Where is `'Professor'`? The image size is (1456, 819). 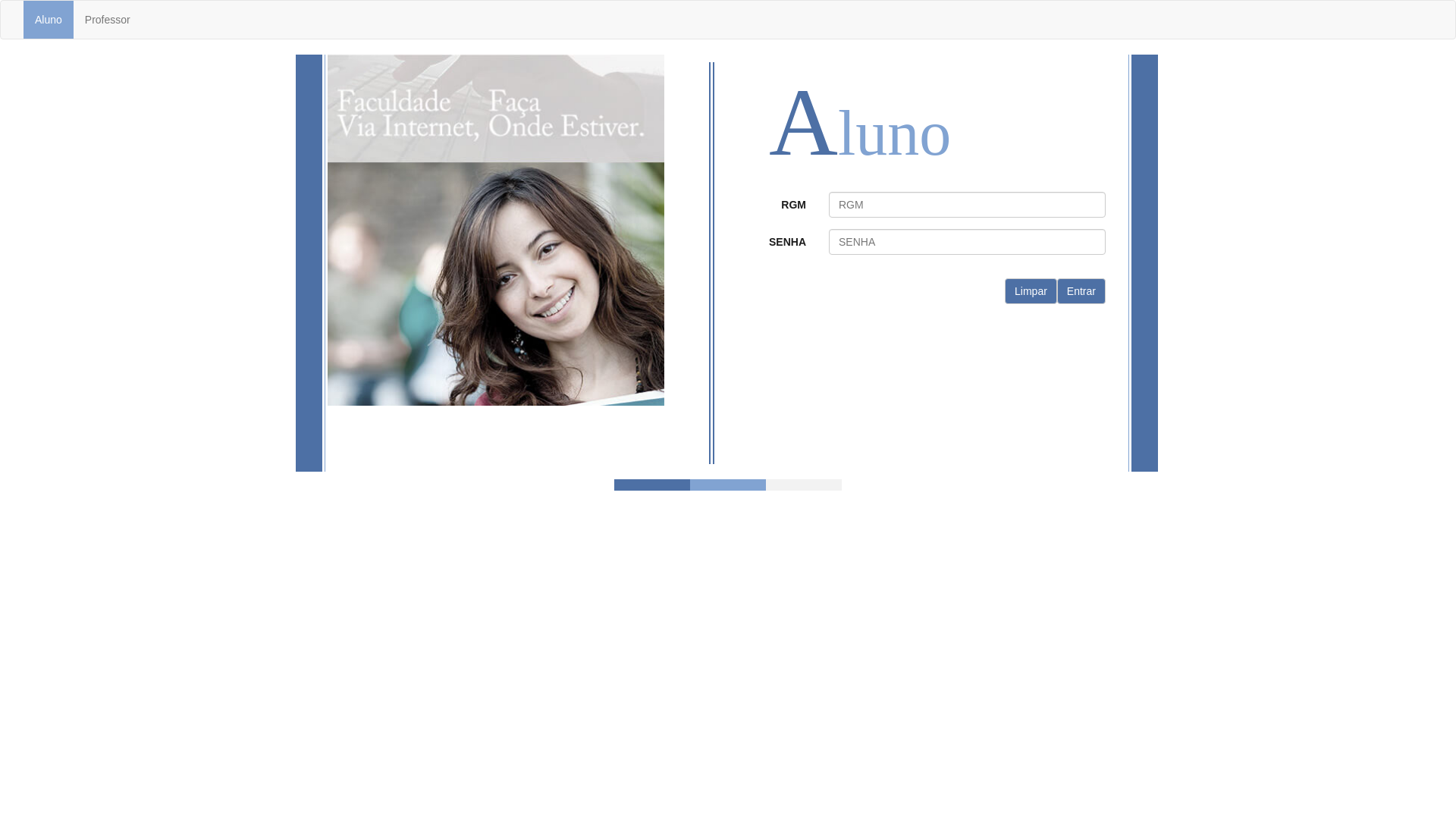 'Professor' is located at coordinates (107, 20).